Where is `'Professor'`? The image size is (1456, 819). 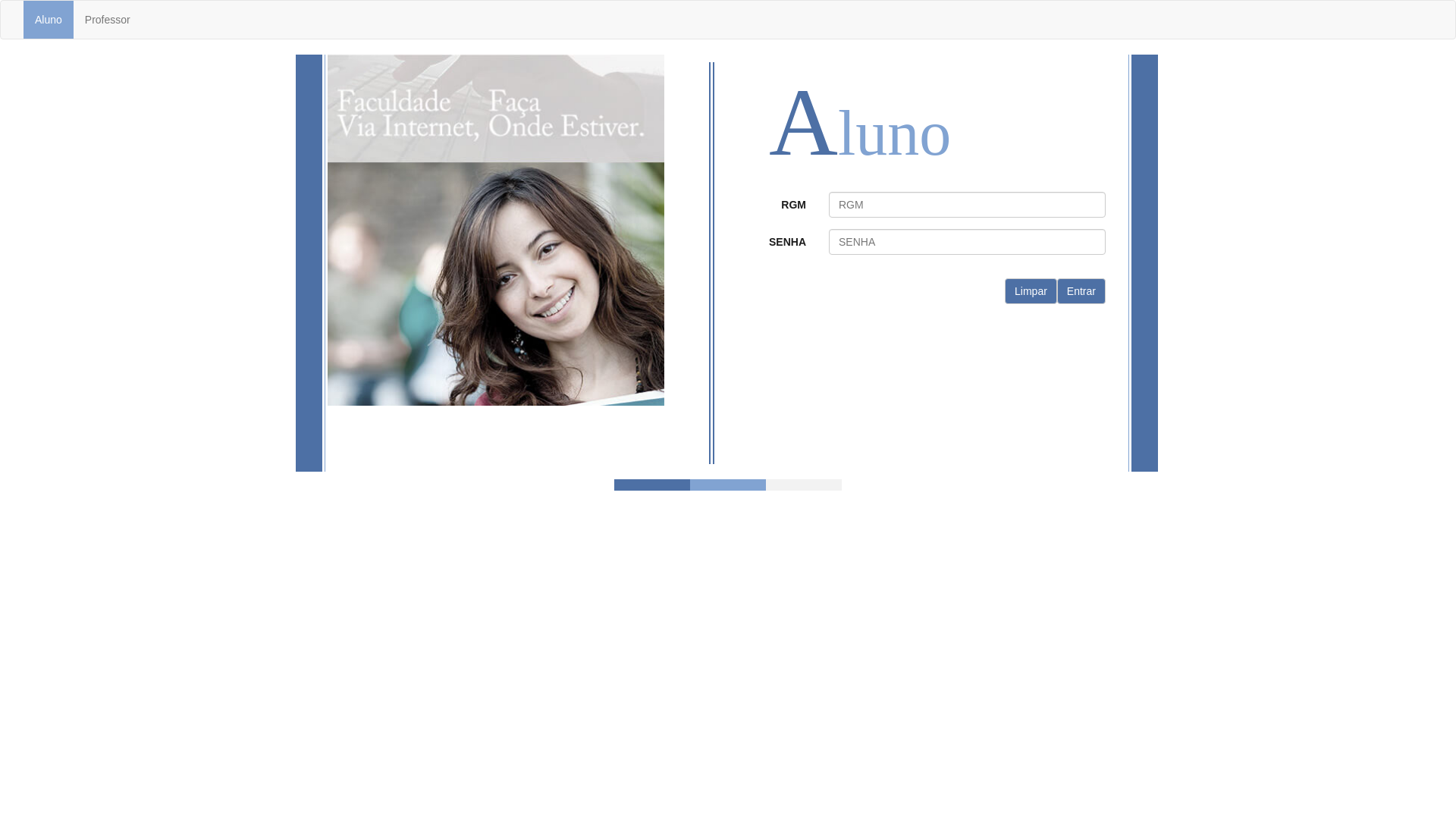 'Professor' is located at coordinates (107, 20).